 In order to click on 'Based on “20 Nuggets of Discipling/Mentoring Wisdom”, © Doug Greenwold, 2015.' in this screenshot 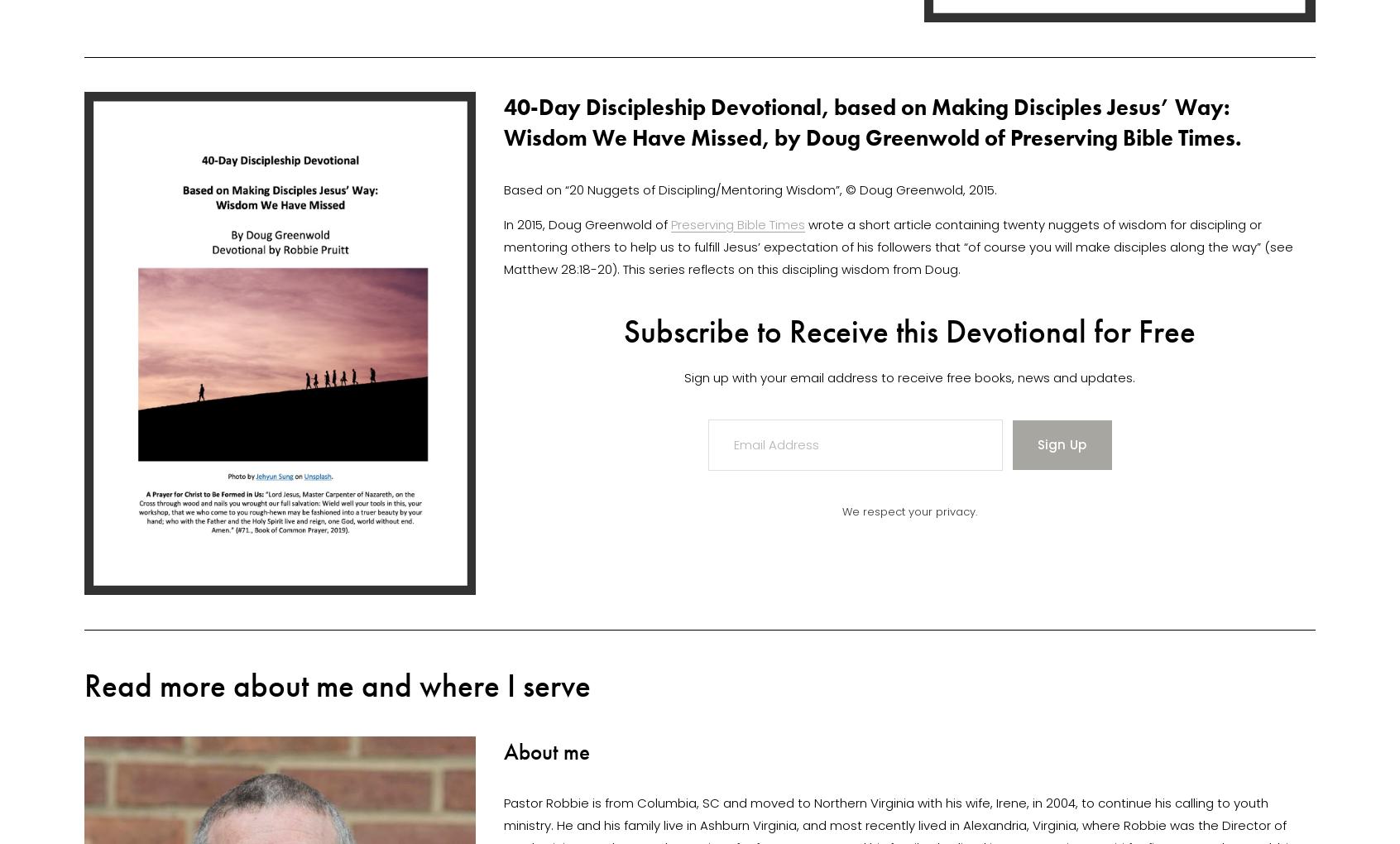, I will do `click(750, 189)`.